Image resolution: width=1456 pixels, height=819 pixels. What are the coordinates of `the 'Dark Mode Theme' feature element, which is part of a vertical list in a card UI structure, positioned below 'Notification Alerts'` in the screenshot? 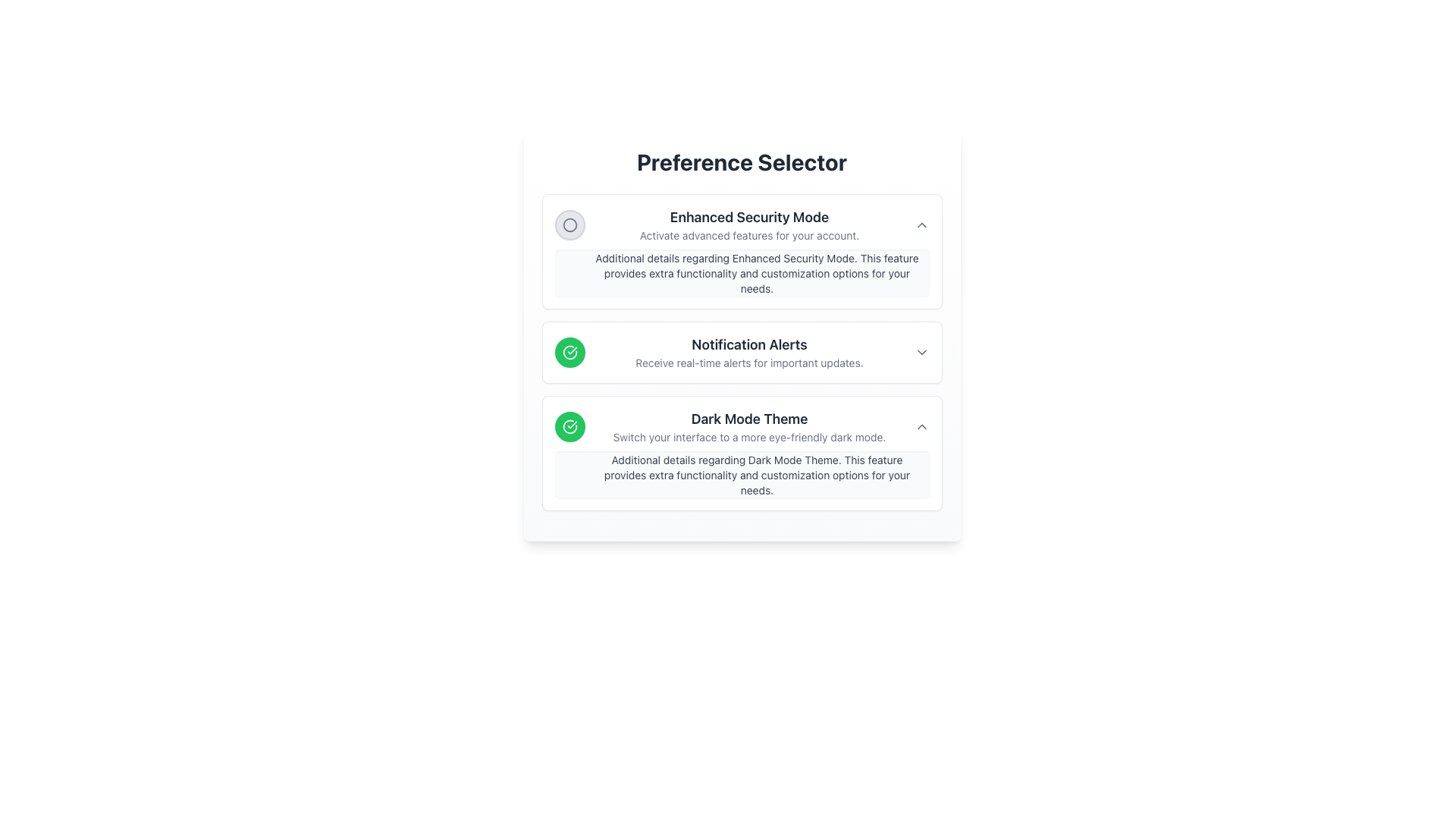 It's located at (742, 427).